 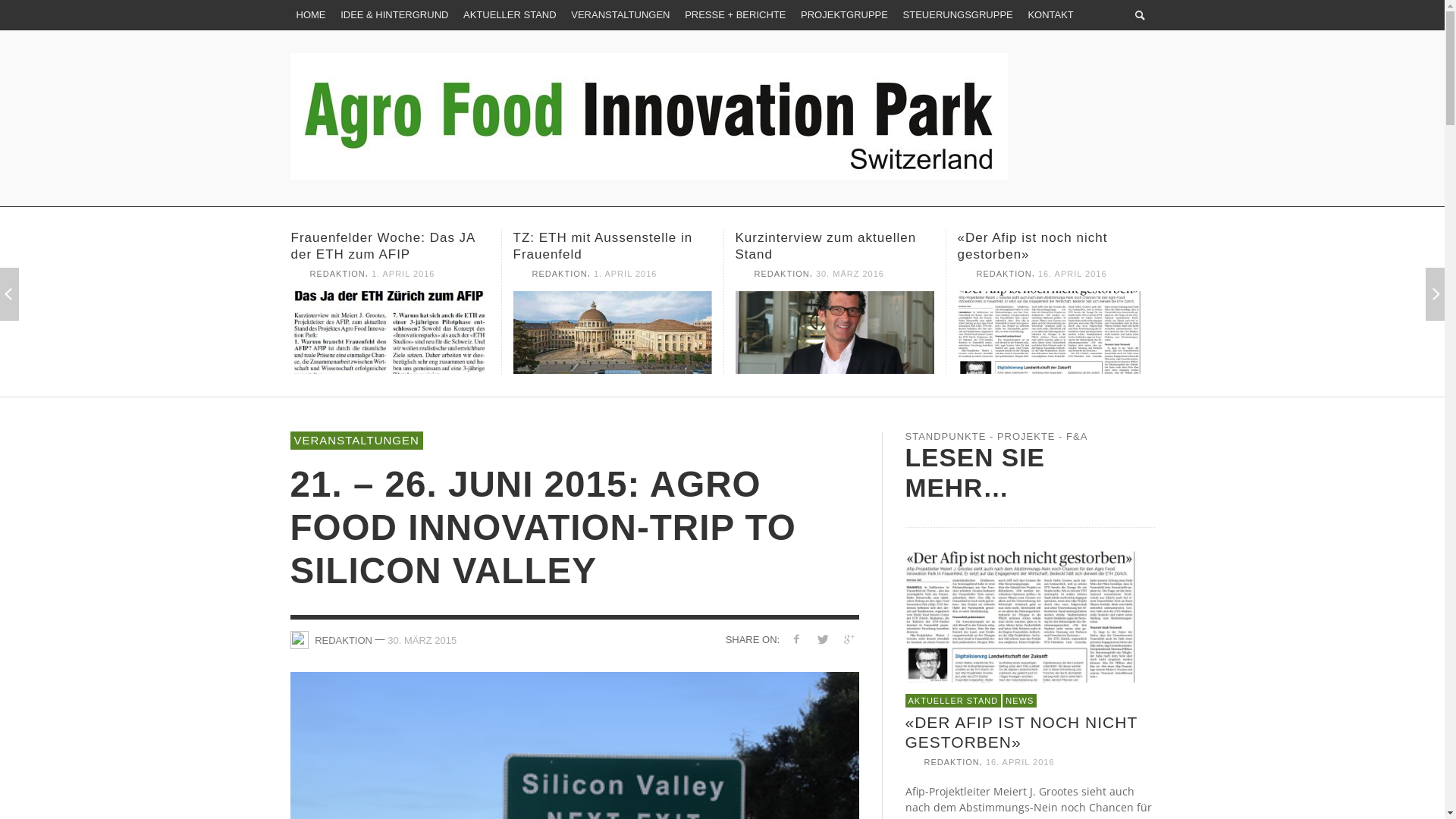 I want to click on 'NEWS', so click(x=1019, y=701).